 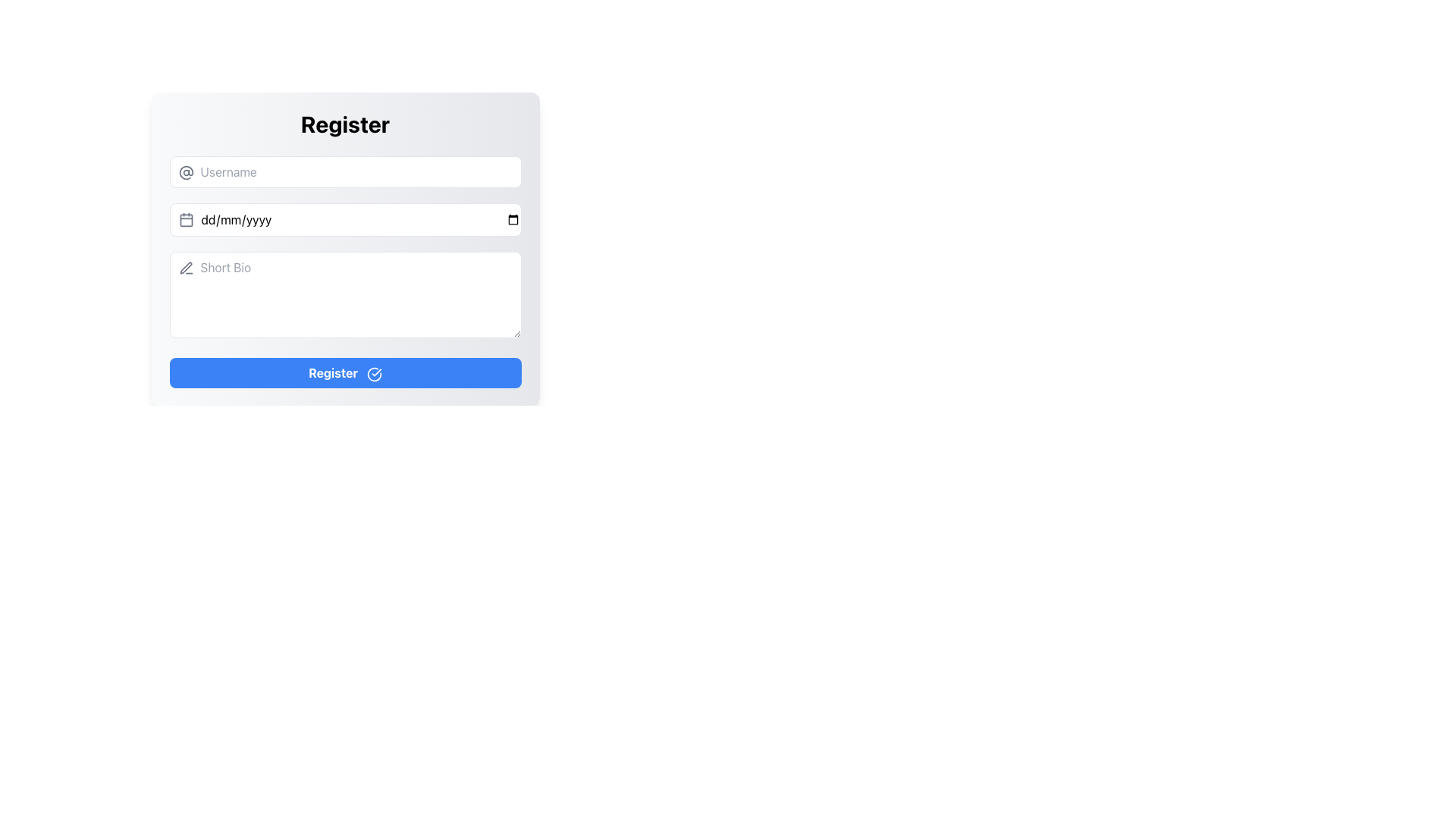 What do you see at coordinates (344, 297) in the screenshot?
I see `to select text within the multiline text input field labeled 'Short Bio' located in the user registration form, positioned below the 'dd/mm/yyyy' text box and above the 'Register' button` at bounding box center [344, 297].